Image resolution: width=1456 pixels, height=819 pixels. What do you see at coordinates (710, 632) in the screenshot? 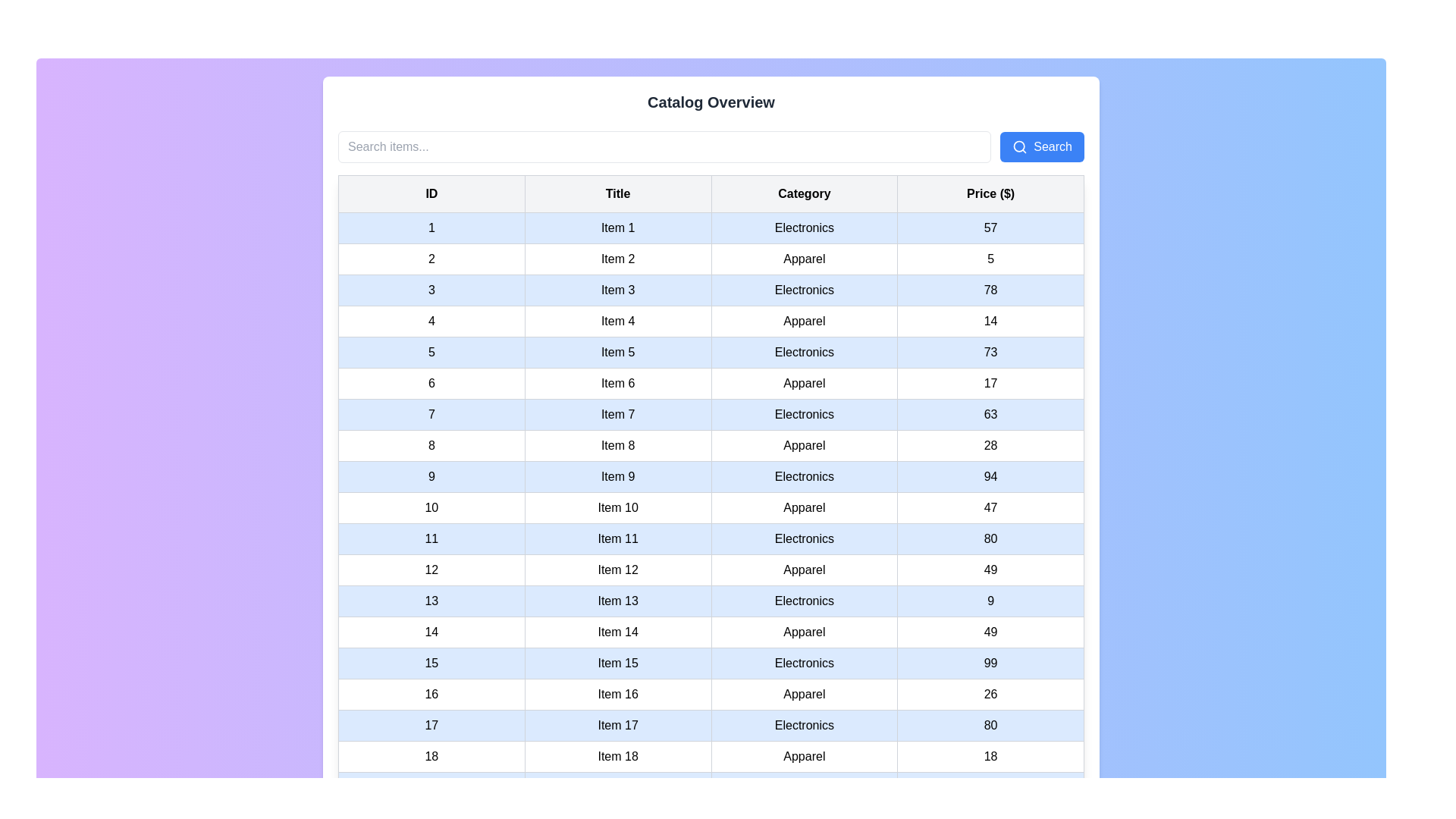
I see `the 14th row of the table that displays a specific record's details, including an ID, title, category, and price` at bounding box center [710, 632].